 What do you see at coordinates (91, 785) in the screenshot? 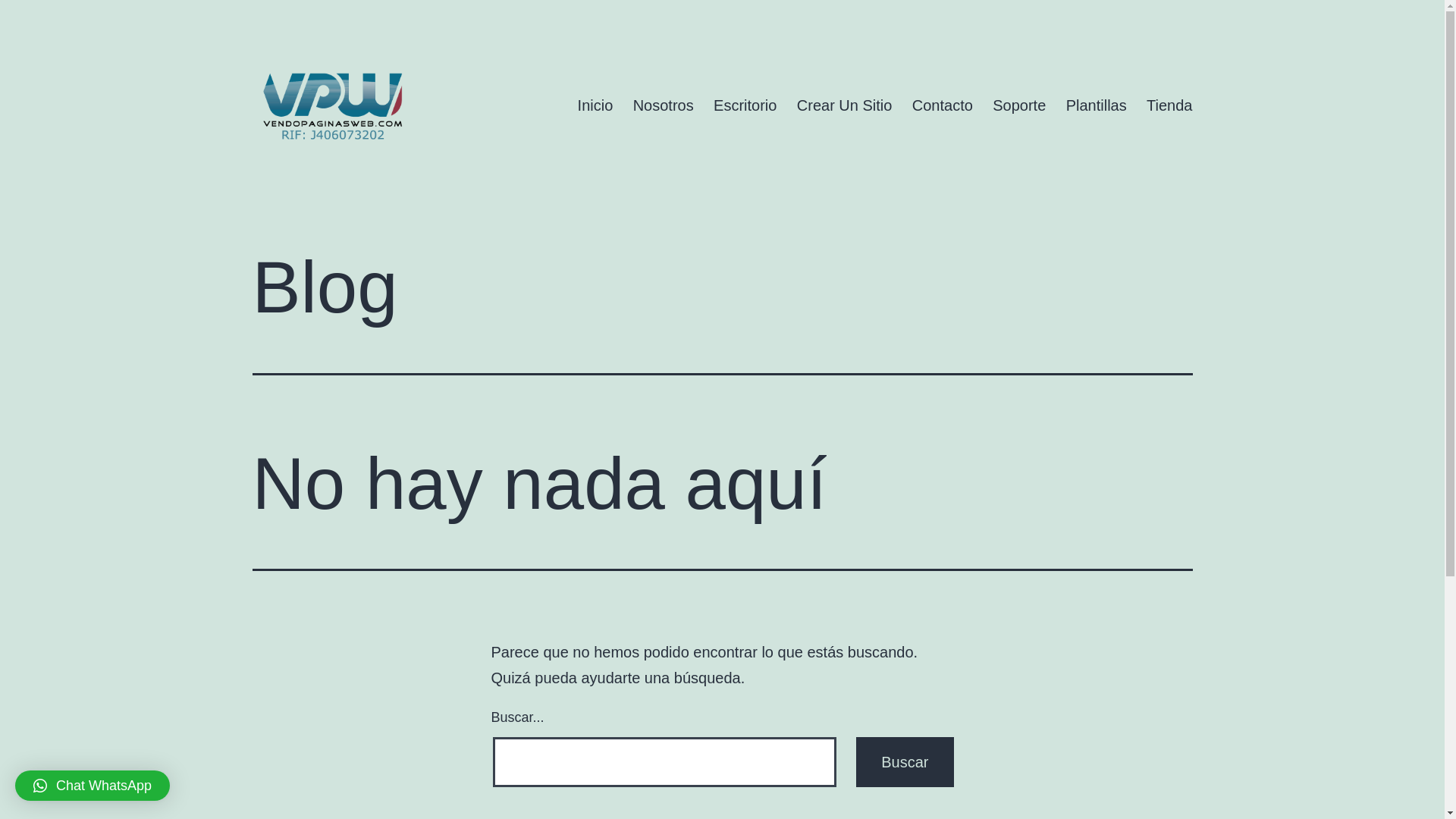
I see `'Chat WhatsApp'` at bounding box center [91, 785].